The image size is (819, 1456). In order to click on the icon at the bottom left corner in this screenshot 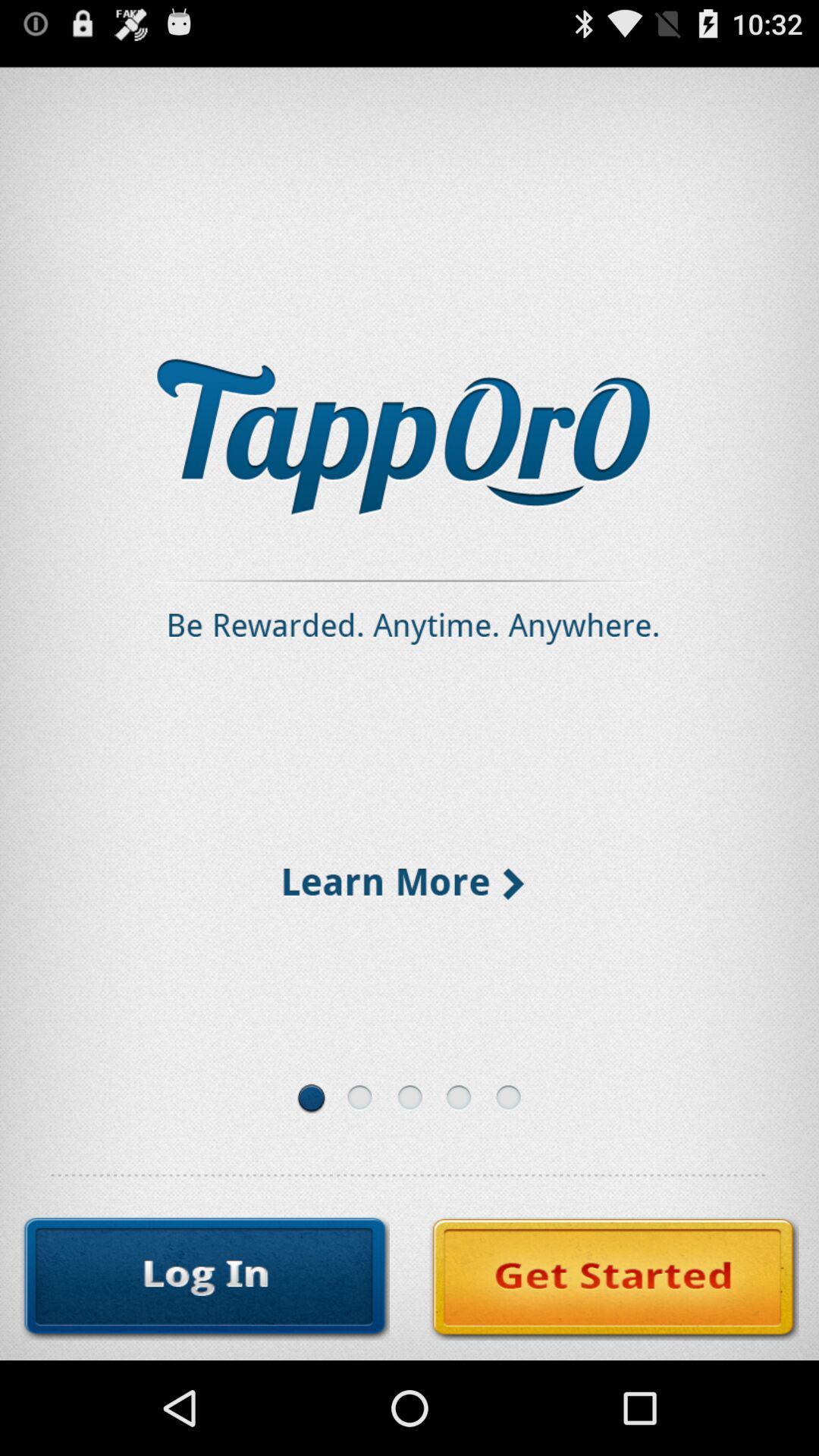, I will do `click(205, 1278)`.